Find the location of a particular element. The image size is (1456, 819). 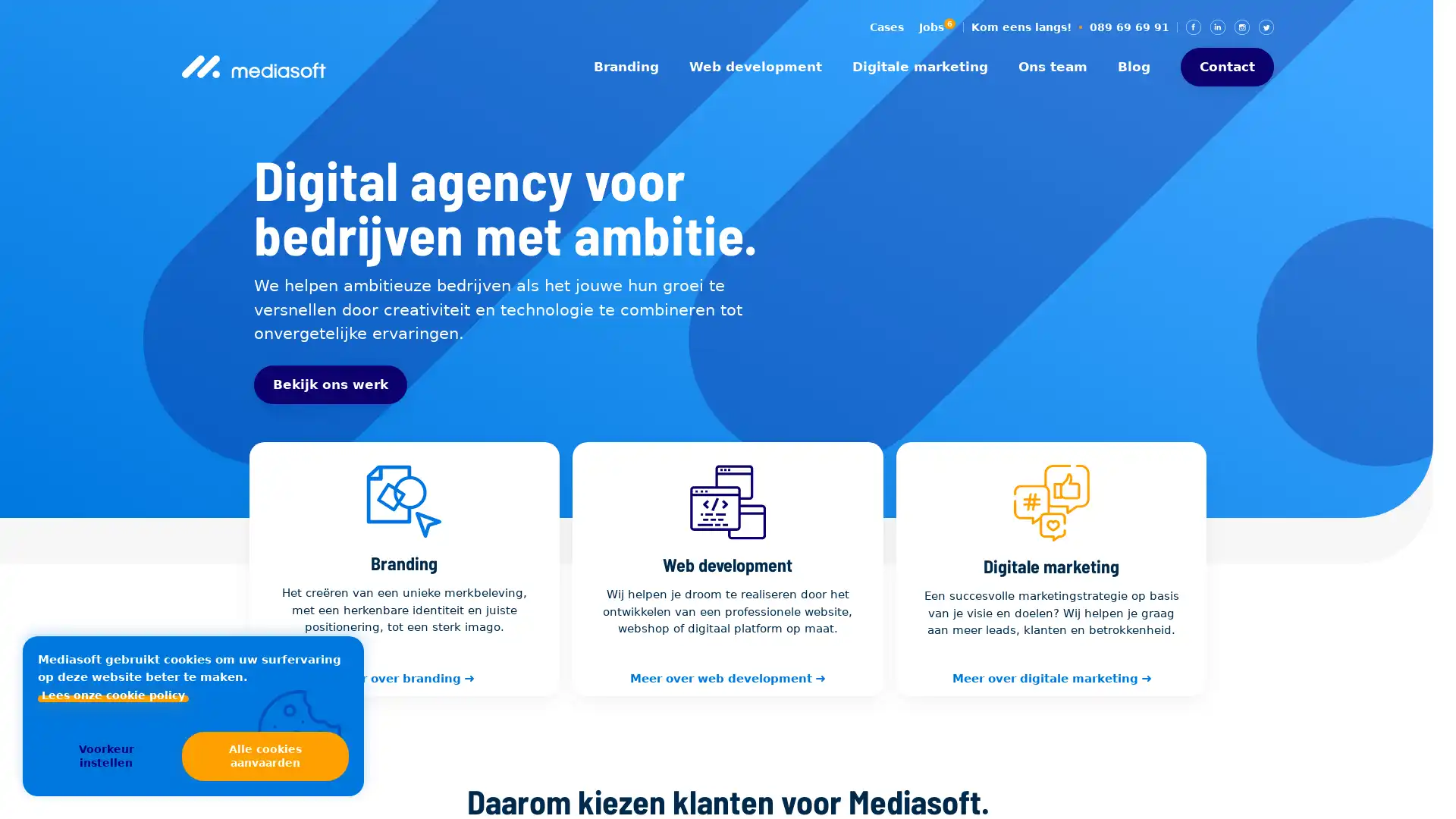

Lees onze cookie policy is located at coordinates (112, 695).